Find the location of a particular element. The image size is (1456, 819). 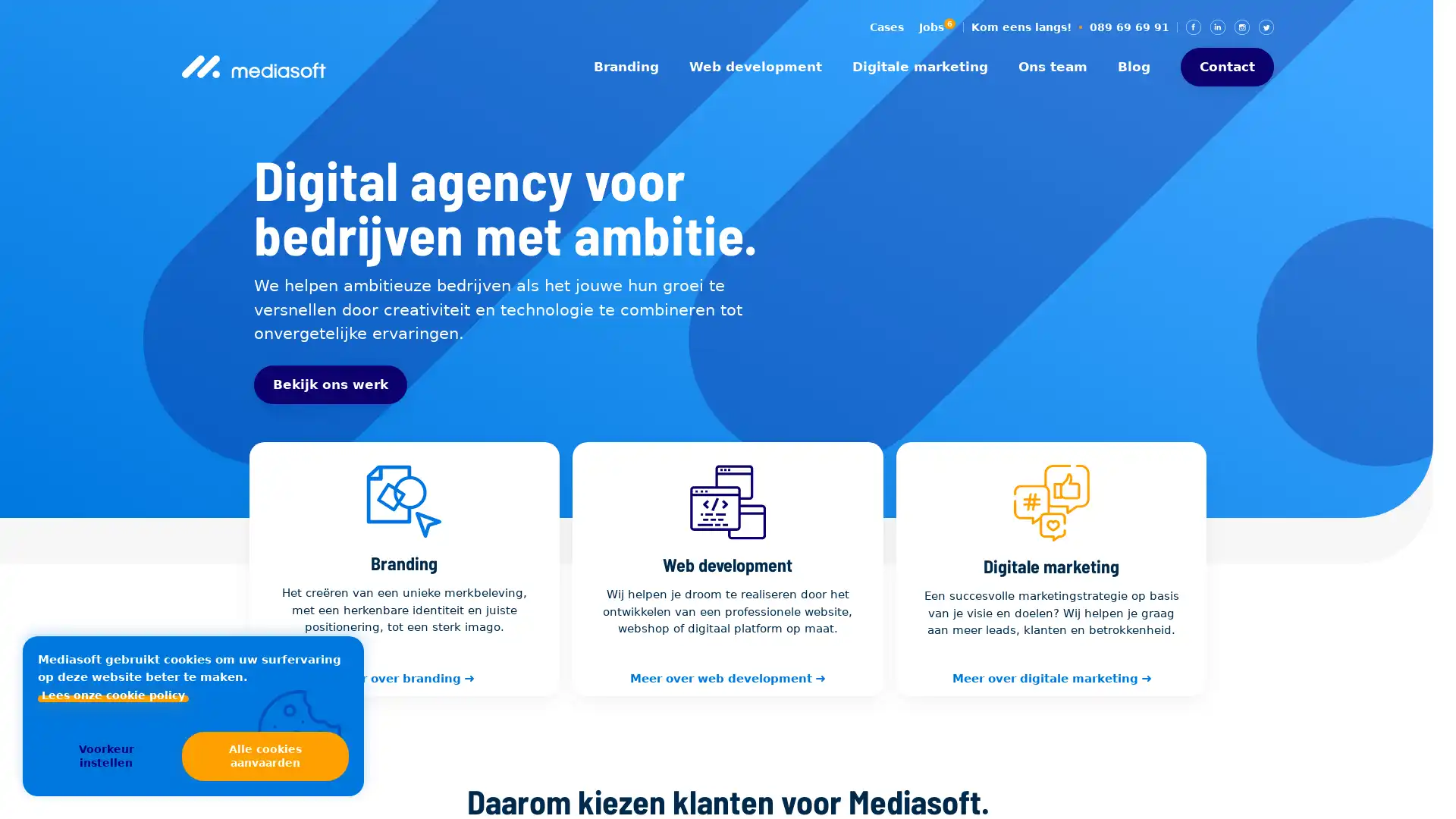

Lees onze cookie policy is located at coordinates (112, 695).